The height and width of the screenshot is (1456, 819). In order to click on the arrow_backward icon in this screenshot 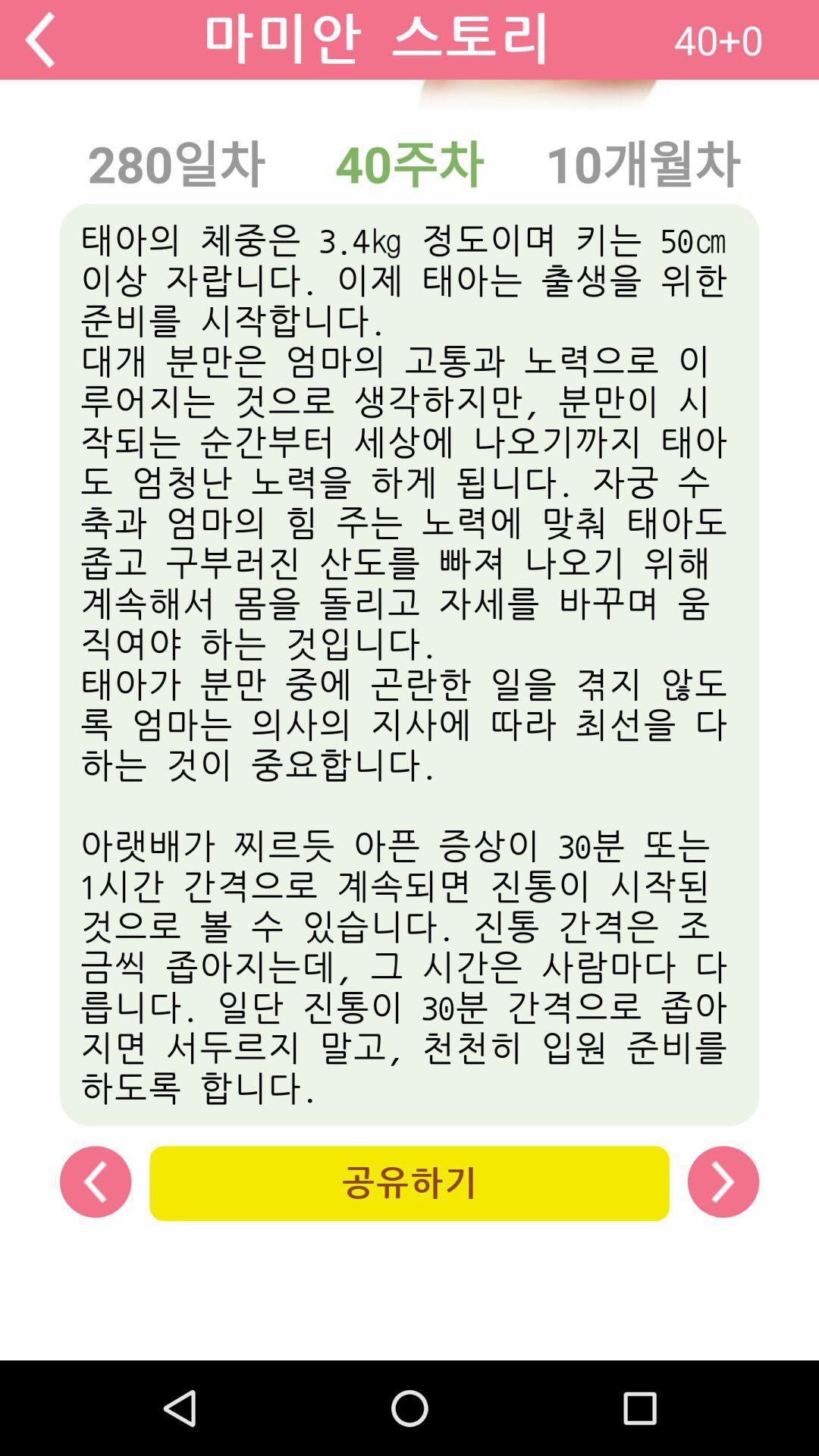, I will do `click(96, 1264)`.